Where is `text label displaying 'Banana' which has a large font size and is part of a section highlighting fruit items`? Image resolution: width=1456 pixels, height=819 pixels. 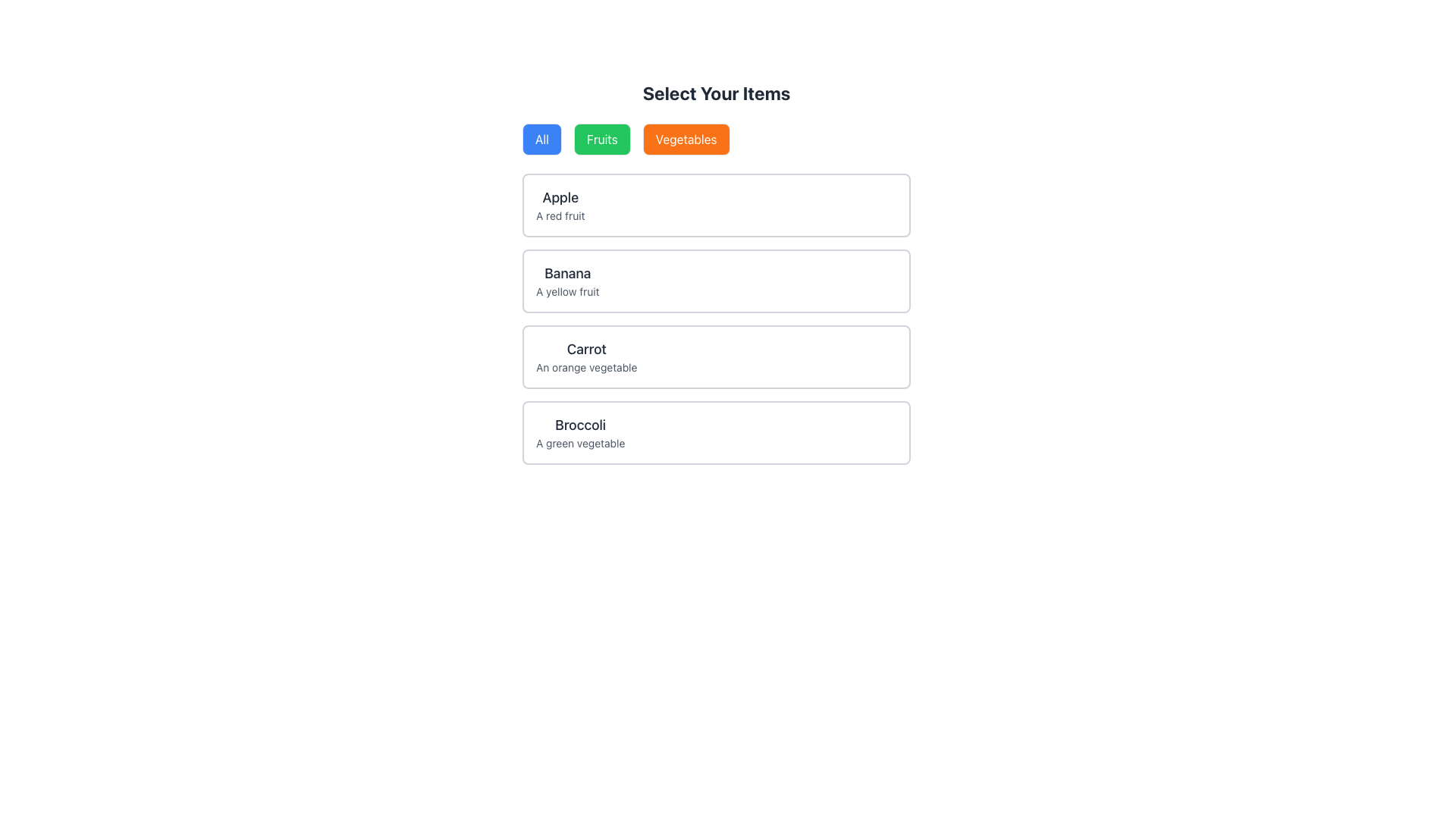 text label displaying 'Banana' which has a large font size and is part of a section highlighting fruit items is located at coordinates (566, 274).